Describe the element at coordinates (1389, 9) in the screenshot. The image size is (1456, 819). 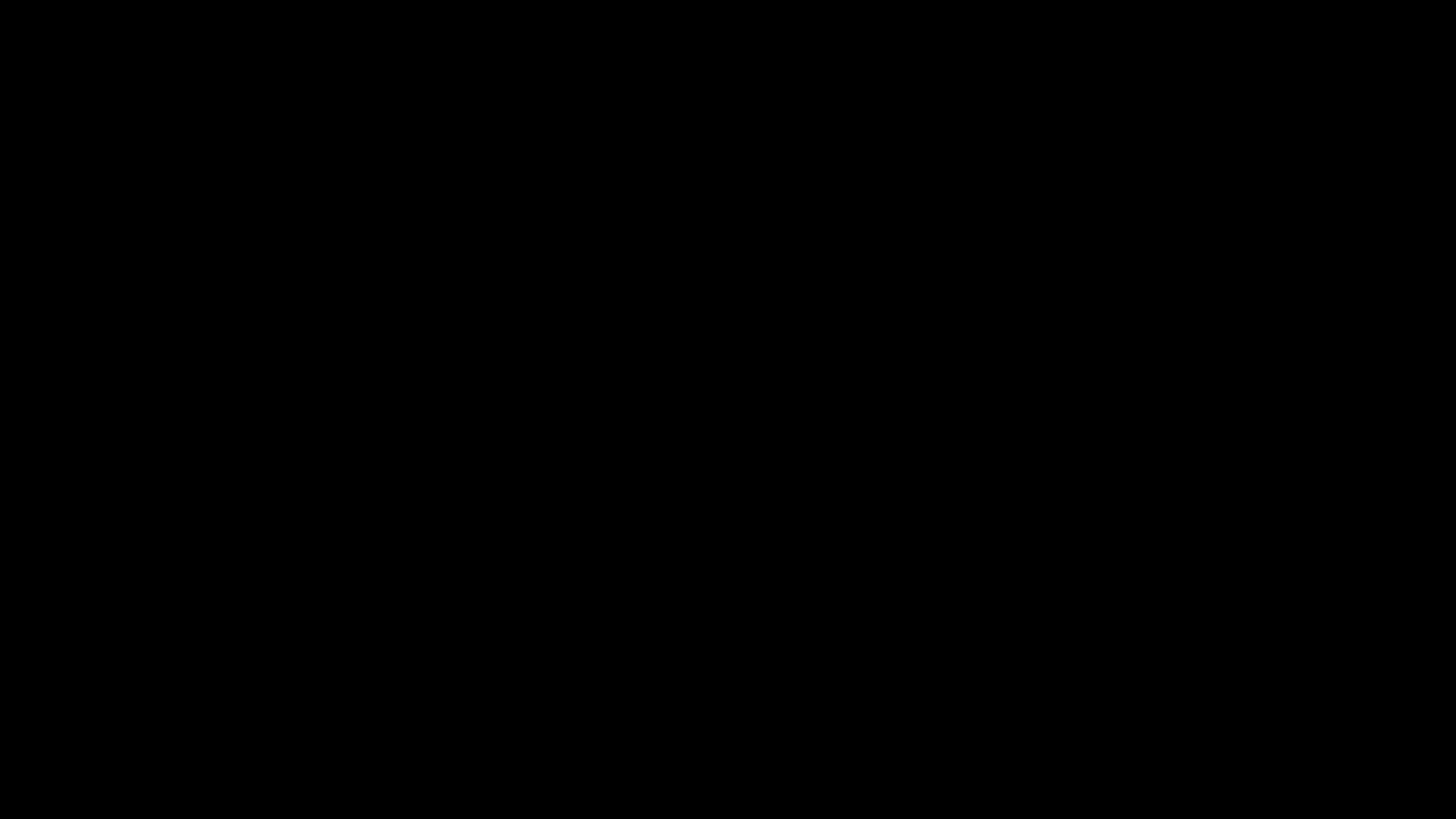
I see `'Minimize'` at that location.